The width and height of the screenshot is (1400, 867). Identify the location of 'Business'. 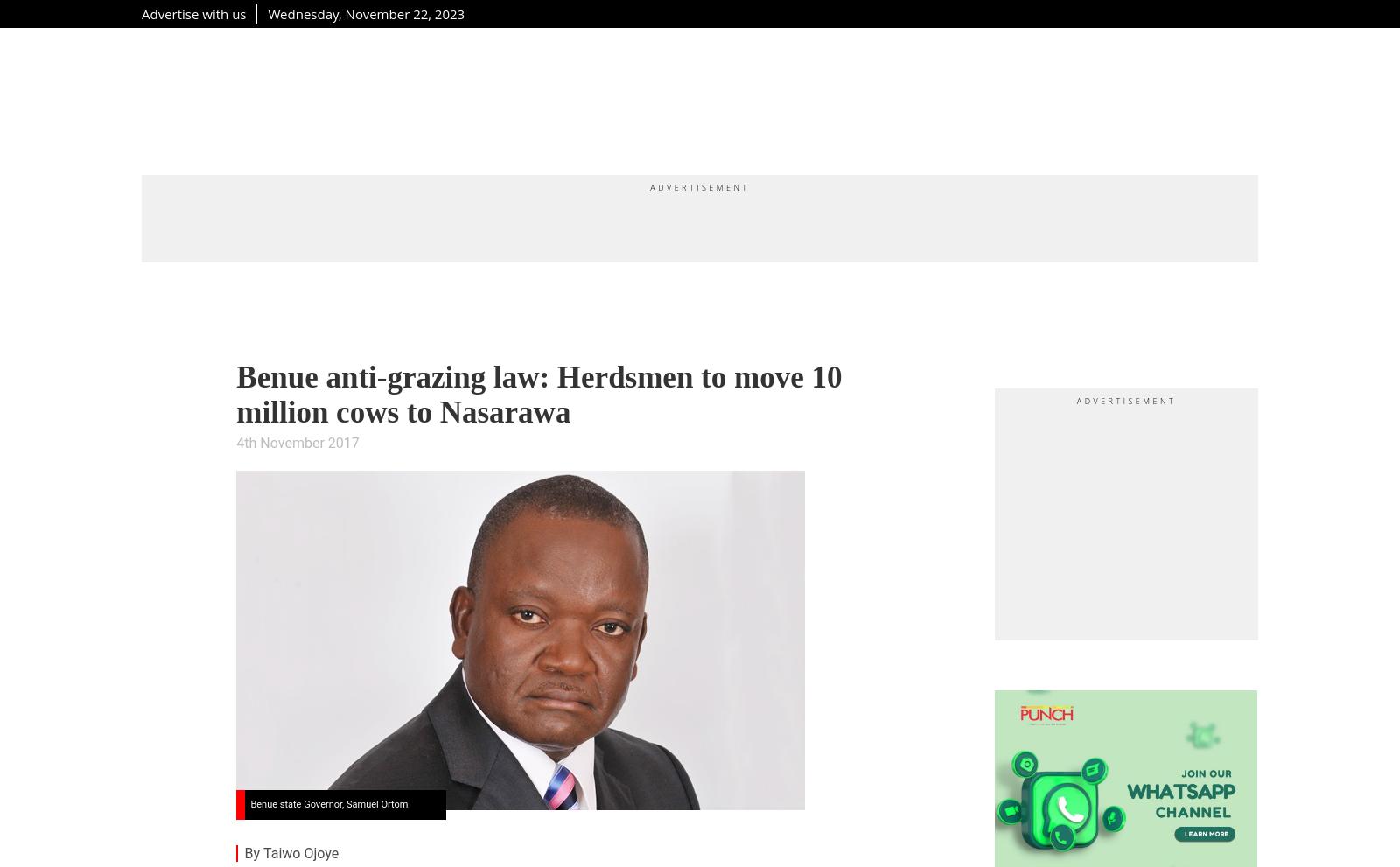
(786, 96).